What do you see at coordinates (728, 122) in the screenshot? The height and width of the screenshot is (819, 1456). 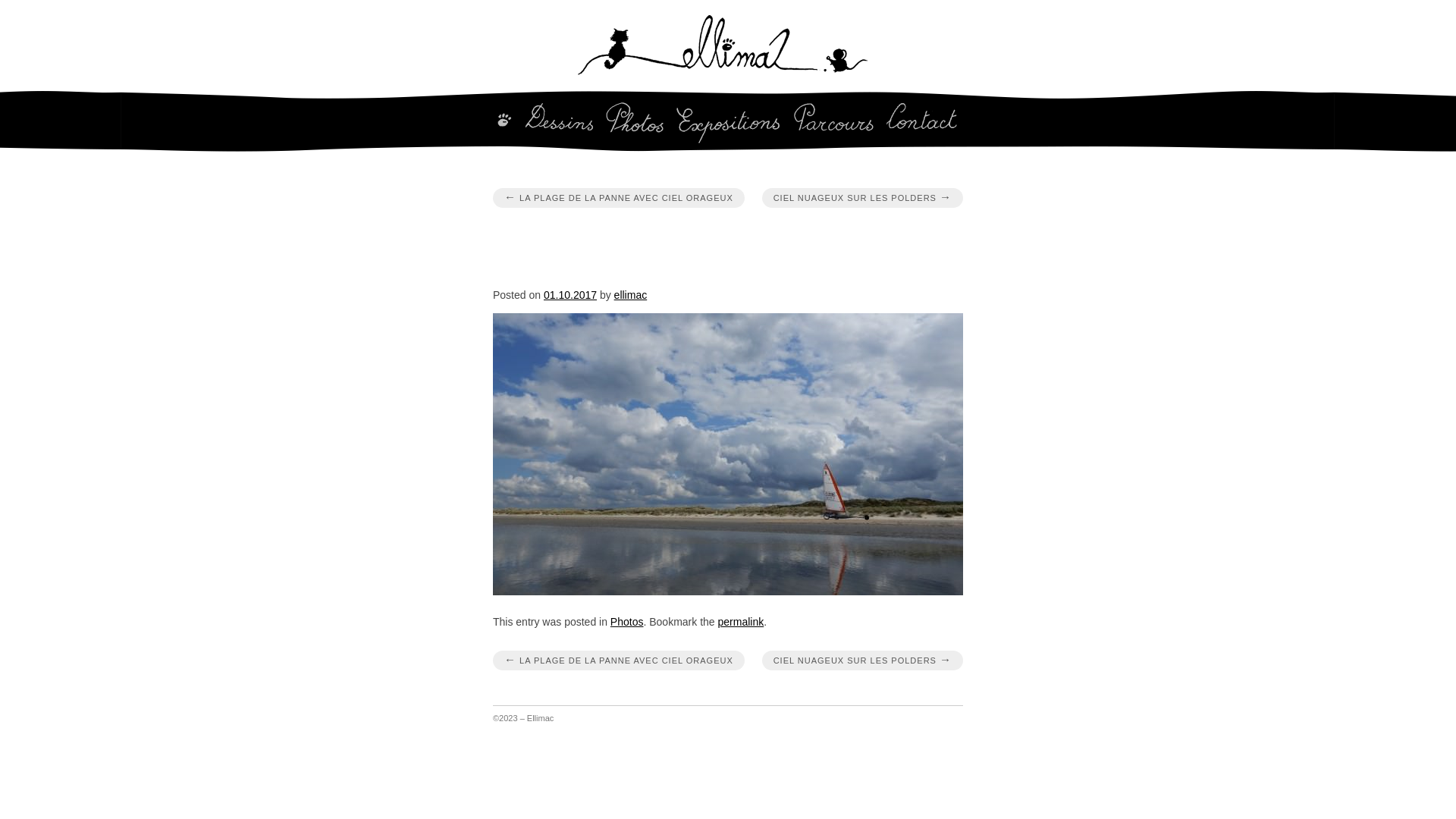 I see `'Expositions'` at bounding box center [728, 122].